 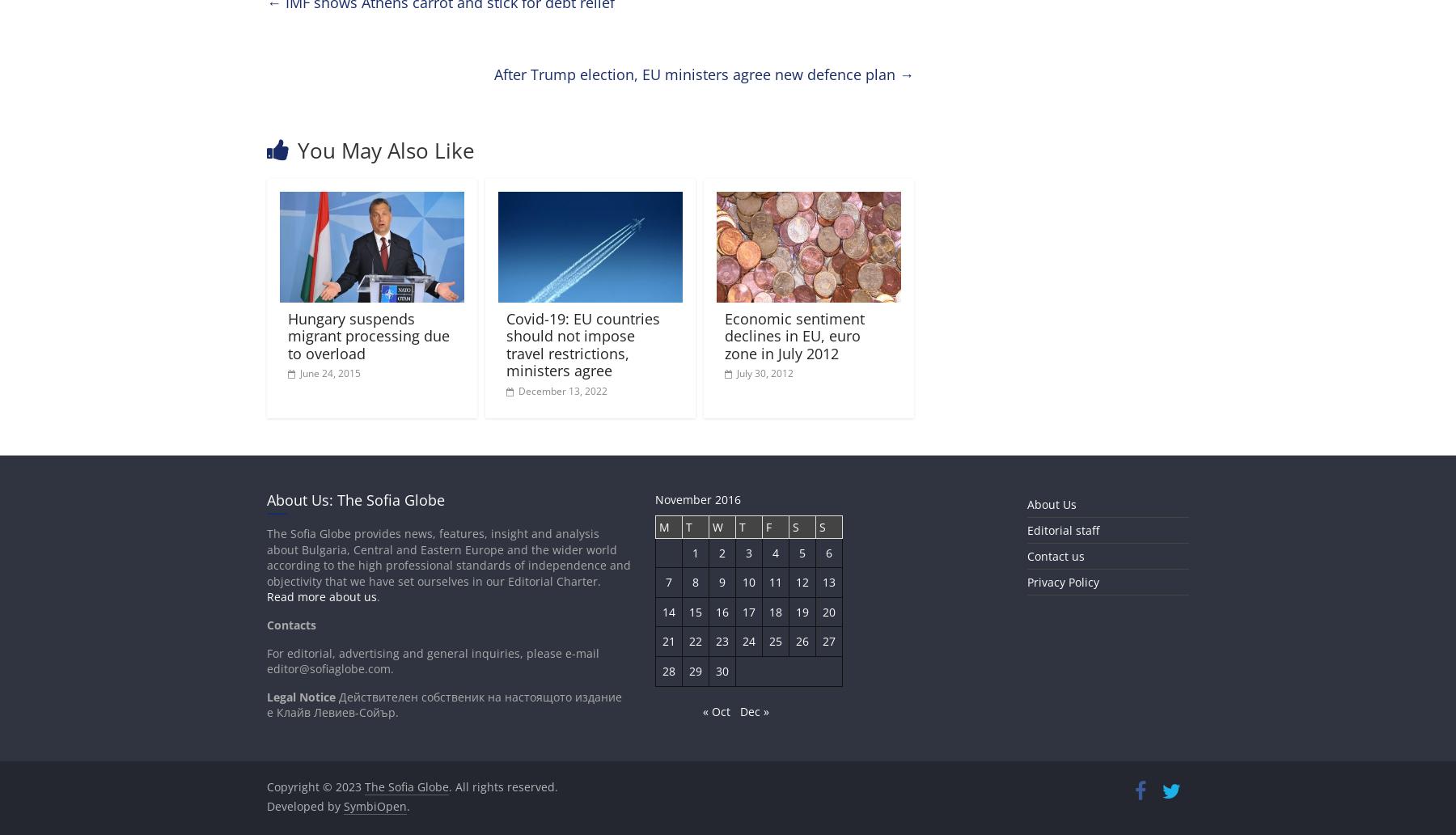 What do you see at coordinates (767, 525) in the screenshot?
I see `'F'` at bounding box center [767, 525].